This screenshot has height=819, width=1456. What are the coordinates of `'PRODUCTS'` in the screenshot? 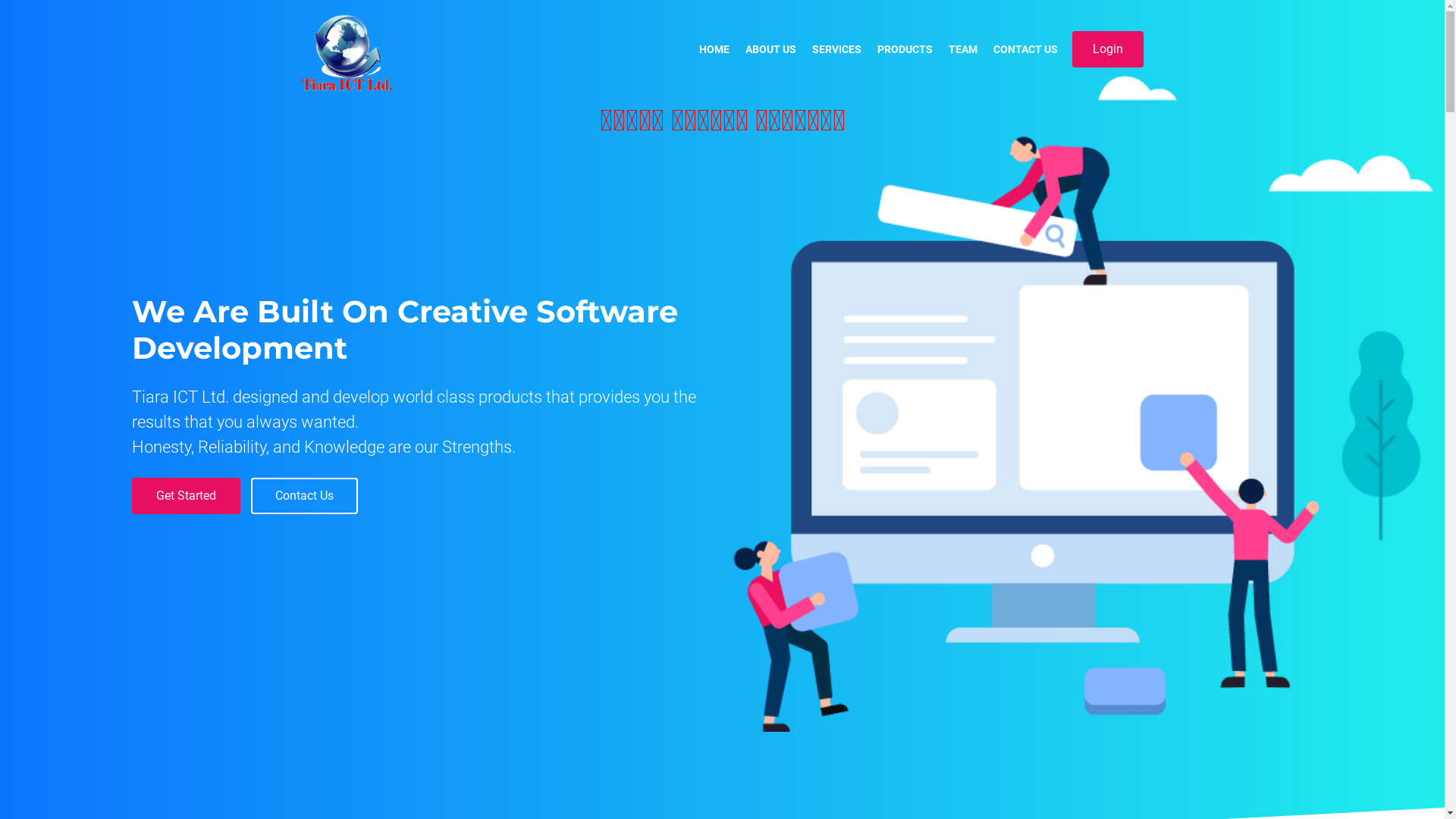 It's located at (877, 49).